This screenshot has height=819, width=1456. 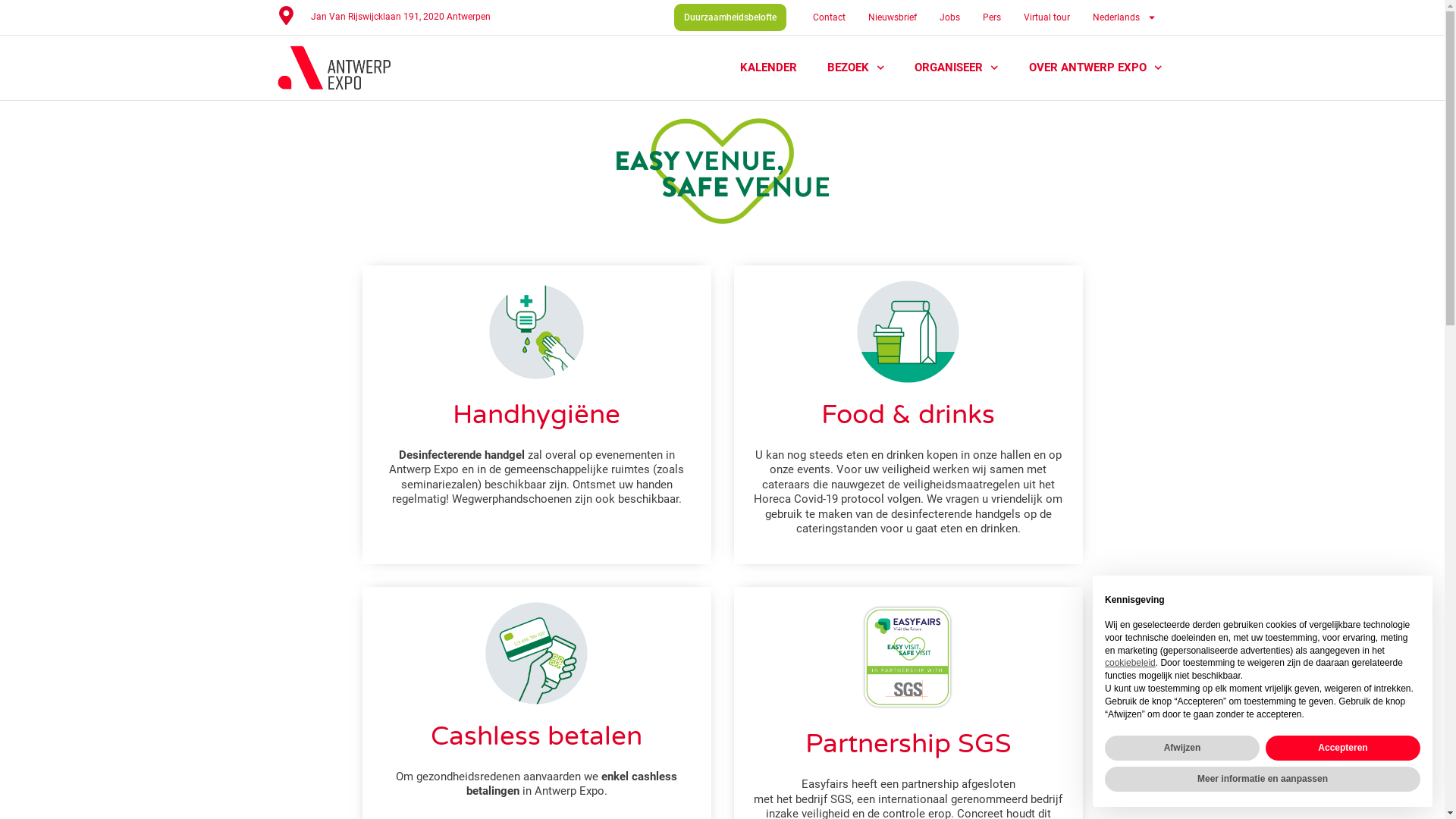 I want to click on 'Virtual tour', so click(x=1046, y=17).